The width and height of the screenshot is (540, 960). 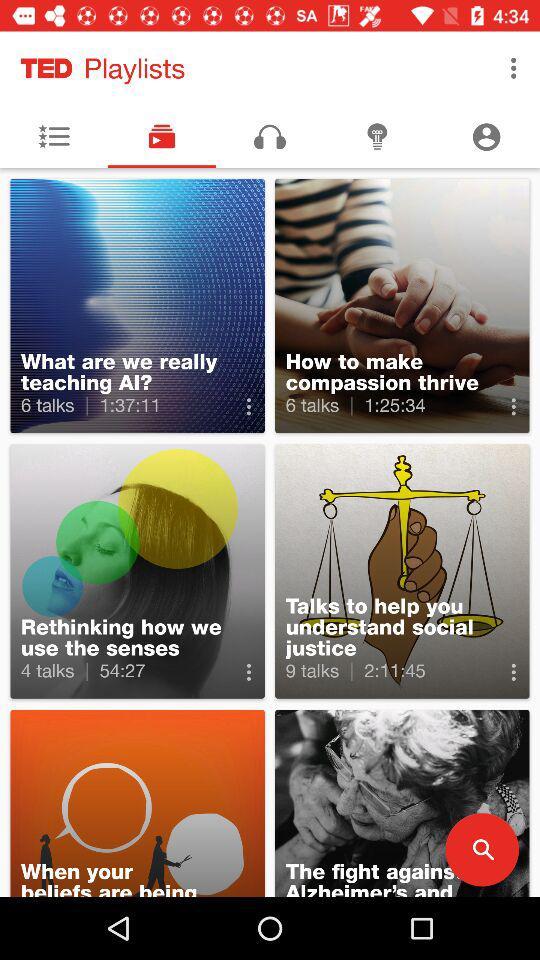 I want to click on the image  what are we really teaching al on the top corner of the screen, so click(x=137, y=306).